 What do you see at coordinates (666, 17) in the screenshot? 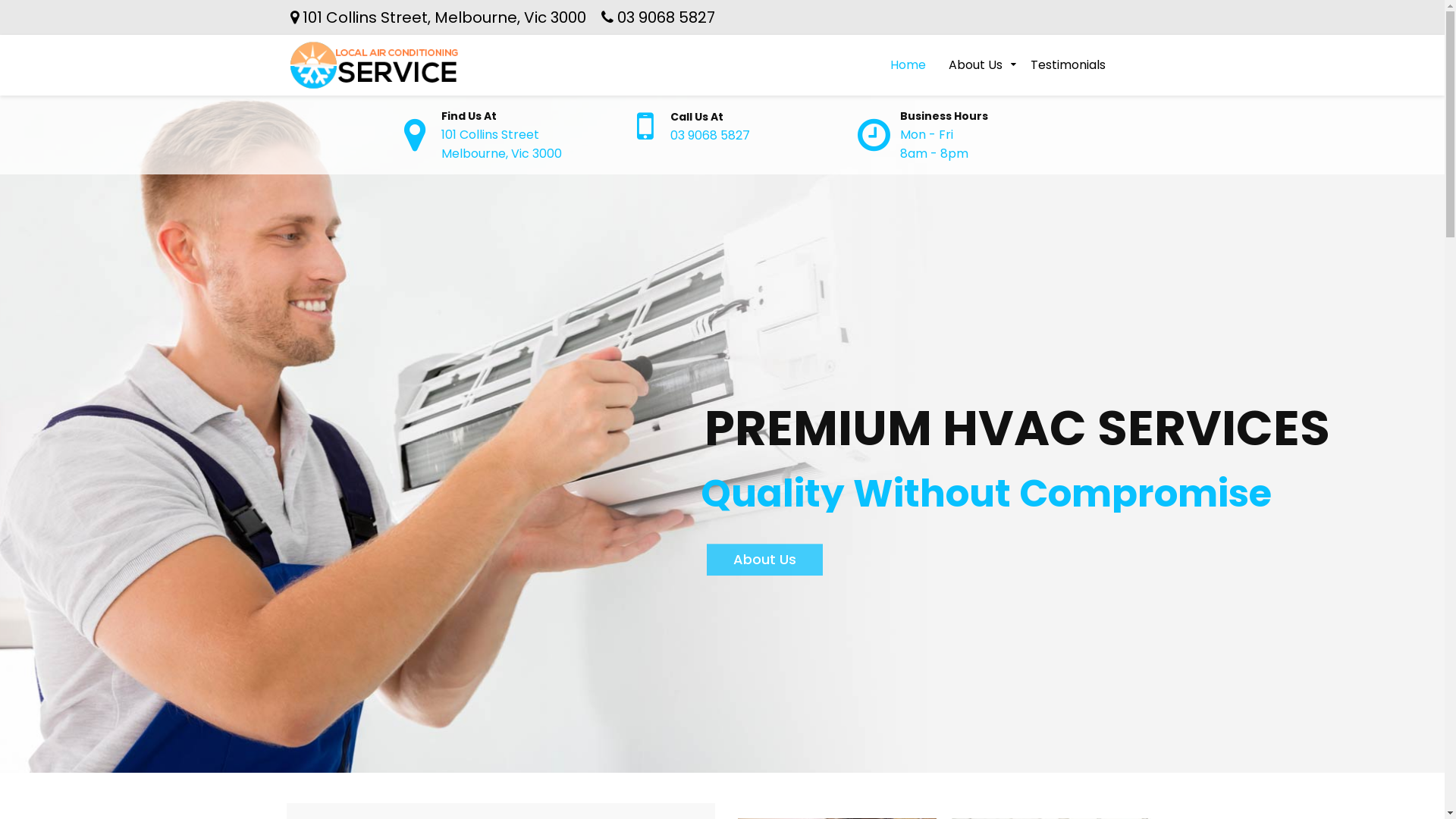
I see `'03 9068 5827'` at bounding box center [666, 17].